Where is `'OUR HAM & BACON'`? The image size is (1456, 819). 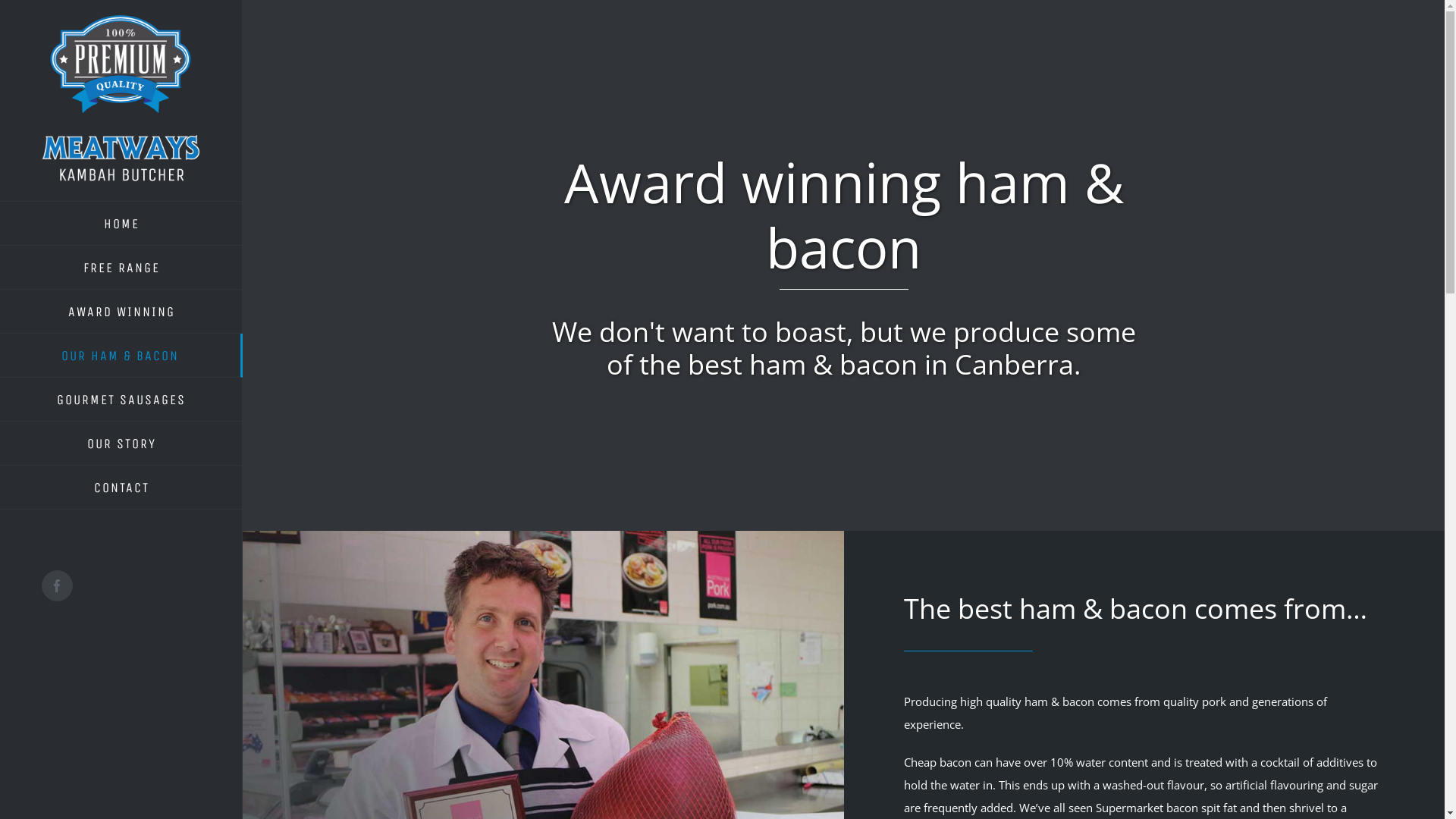
'OUR HAM & BACON' is located at coordinates (120, 356).